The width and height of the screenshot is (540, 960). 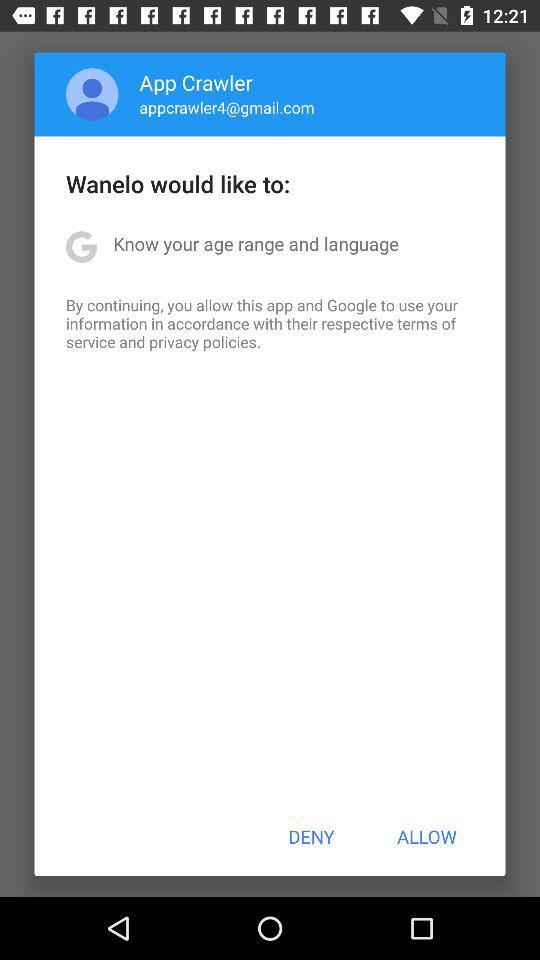 I want to click on app below the wanelo would like item, so click(x=256, y=242).